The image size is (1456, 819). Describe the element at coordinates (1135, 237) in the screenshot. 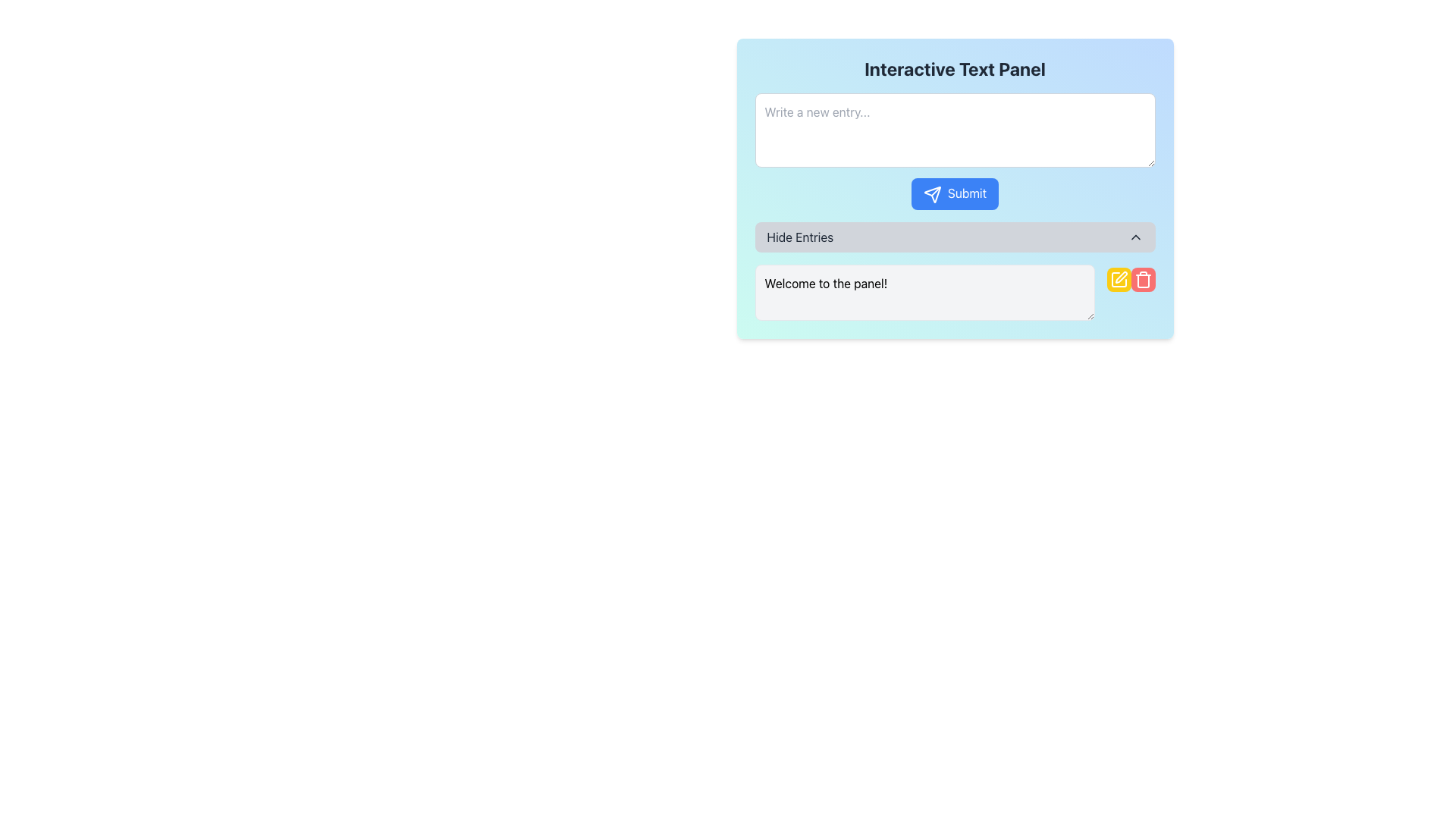

I see `the chevron icon located on the right end of the 'Hide Entries' button` at that location.